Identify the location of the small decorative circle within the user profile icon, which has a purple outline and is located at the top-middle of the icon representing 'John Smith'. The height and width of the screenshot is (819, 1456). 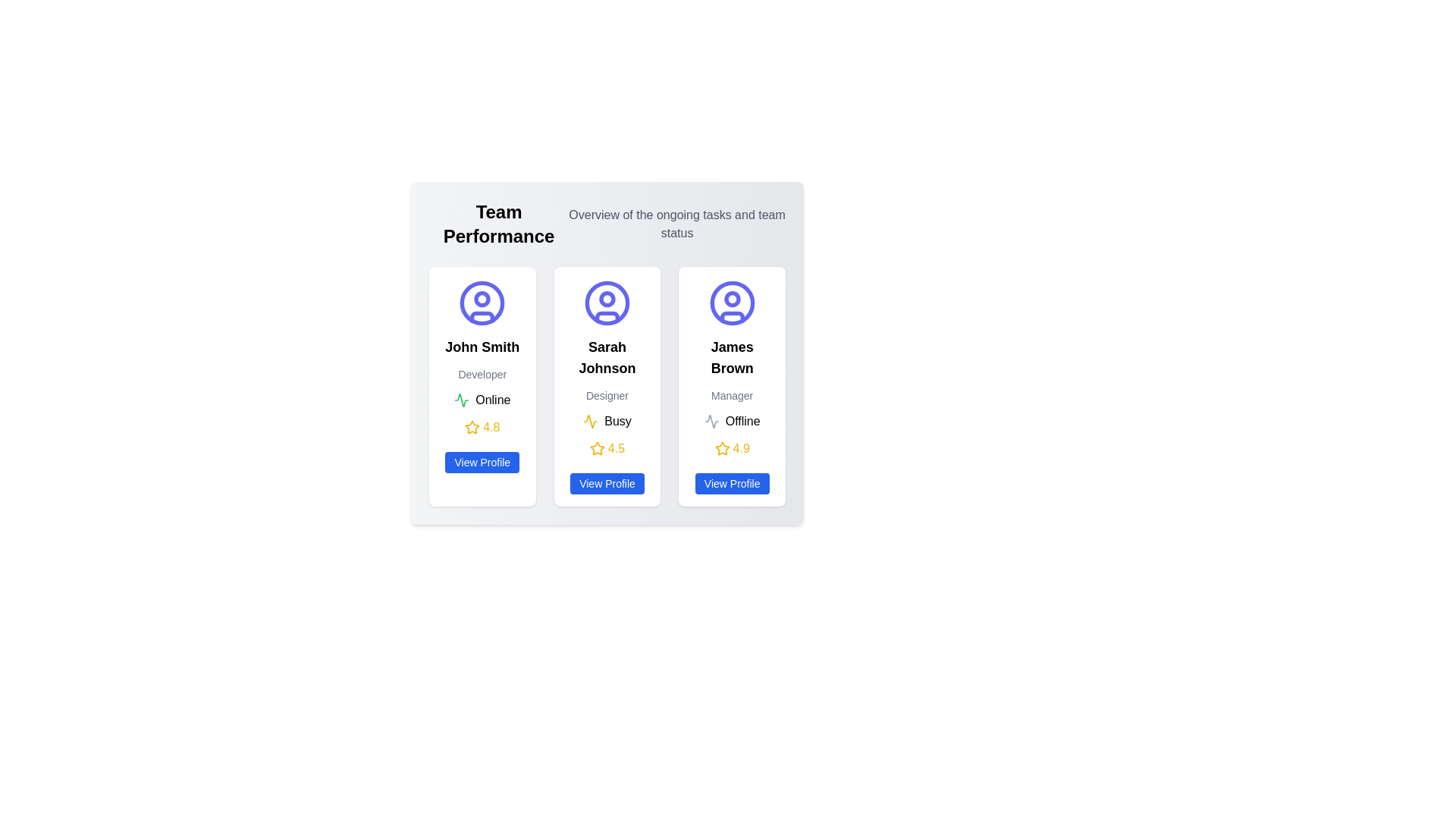
(482, 299).